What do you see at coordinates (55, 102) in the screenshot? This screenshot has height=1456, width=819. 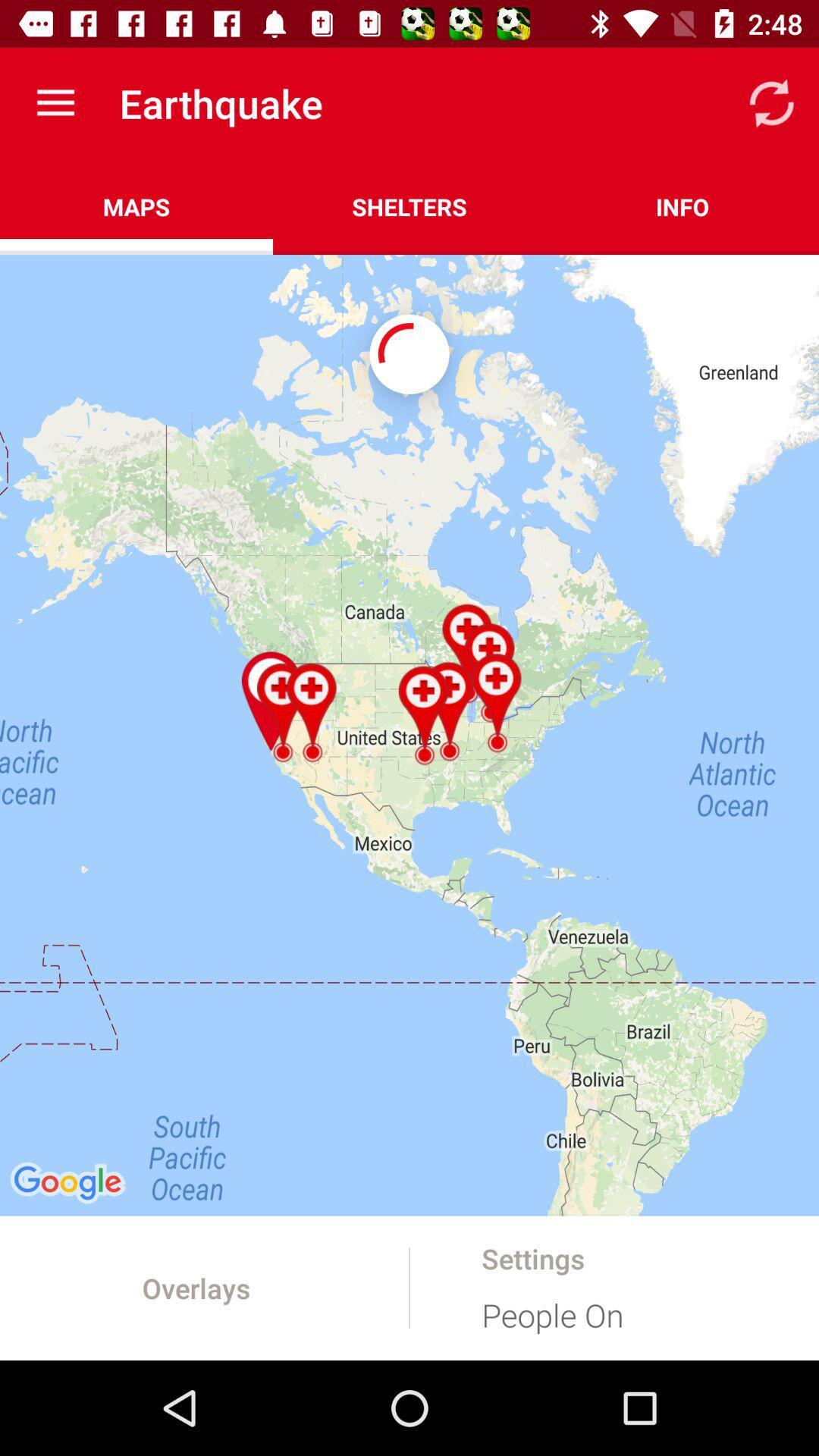 I see `the app to the left of the earthquake` at bounding box center [55, 102].